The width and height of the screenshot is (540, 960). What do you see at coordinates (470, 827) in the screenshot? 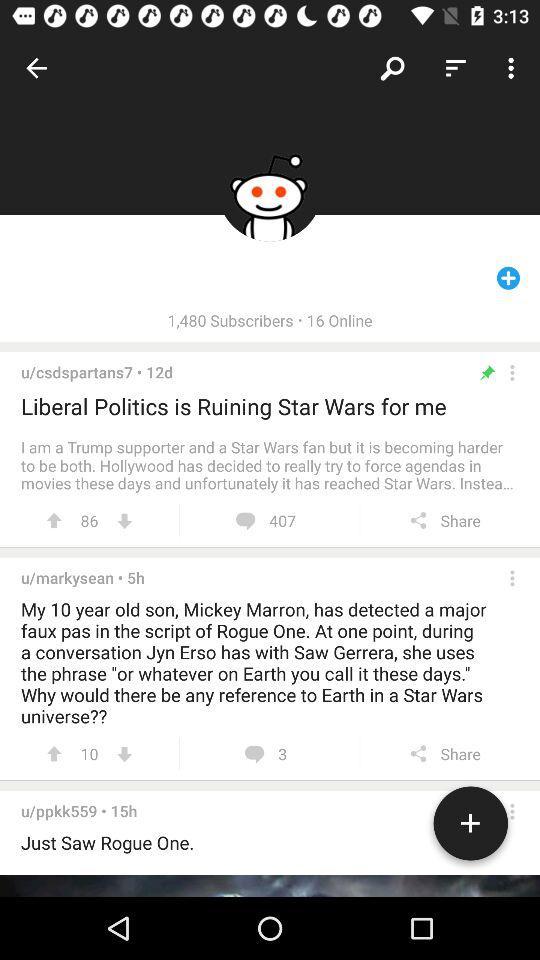
I see `a comment` at bounding box center [470, 827].